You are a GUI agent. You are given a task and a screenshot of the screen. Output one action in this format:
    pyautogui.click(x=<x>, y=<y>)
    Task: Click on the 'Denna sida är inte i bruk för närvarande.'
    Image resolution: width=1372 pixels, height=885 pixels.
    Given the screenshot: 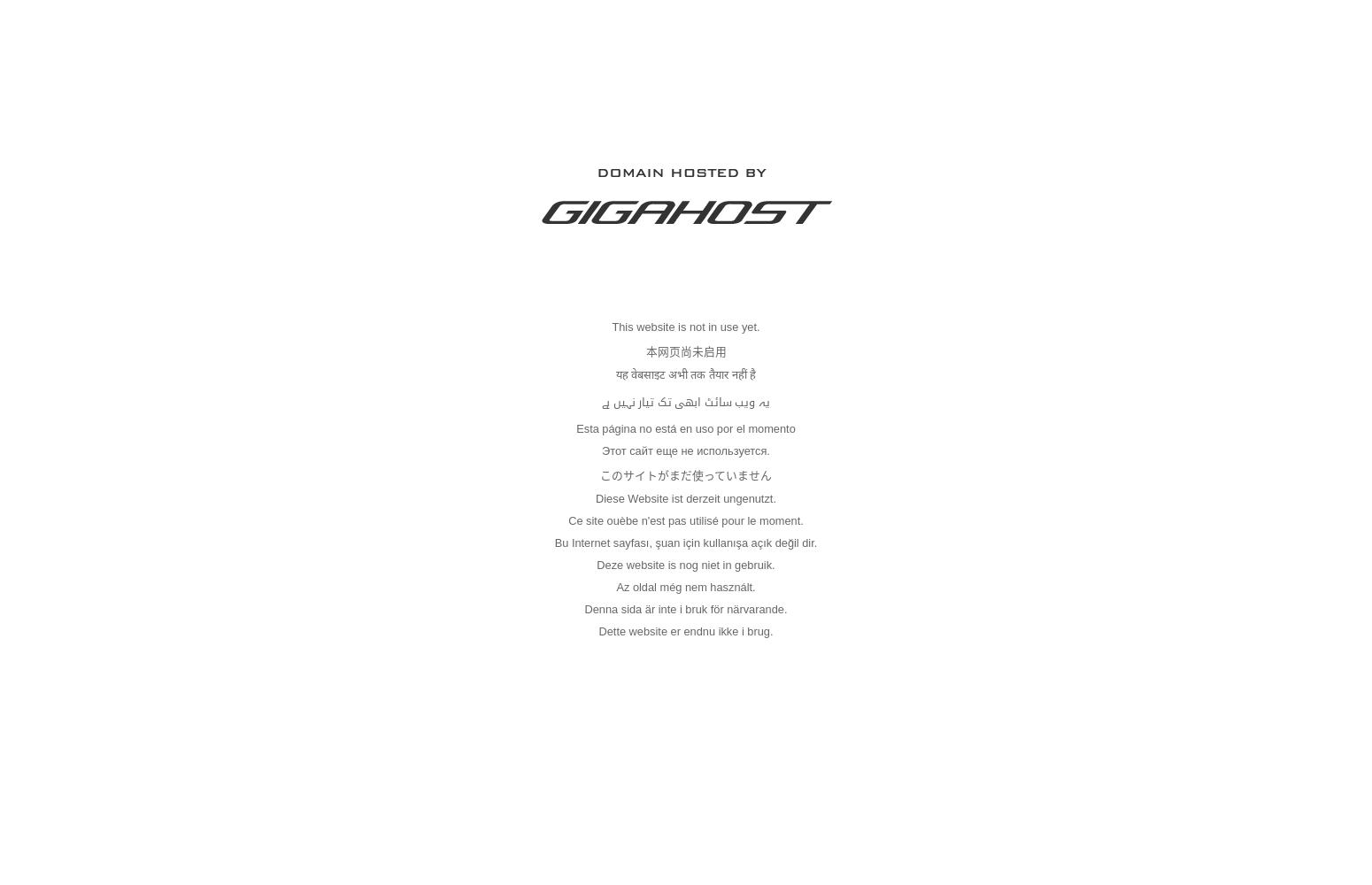 What is the action you would take?
    pyautogui.click(x=685, y=609)
    